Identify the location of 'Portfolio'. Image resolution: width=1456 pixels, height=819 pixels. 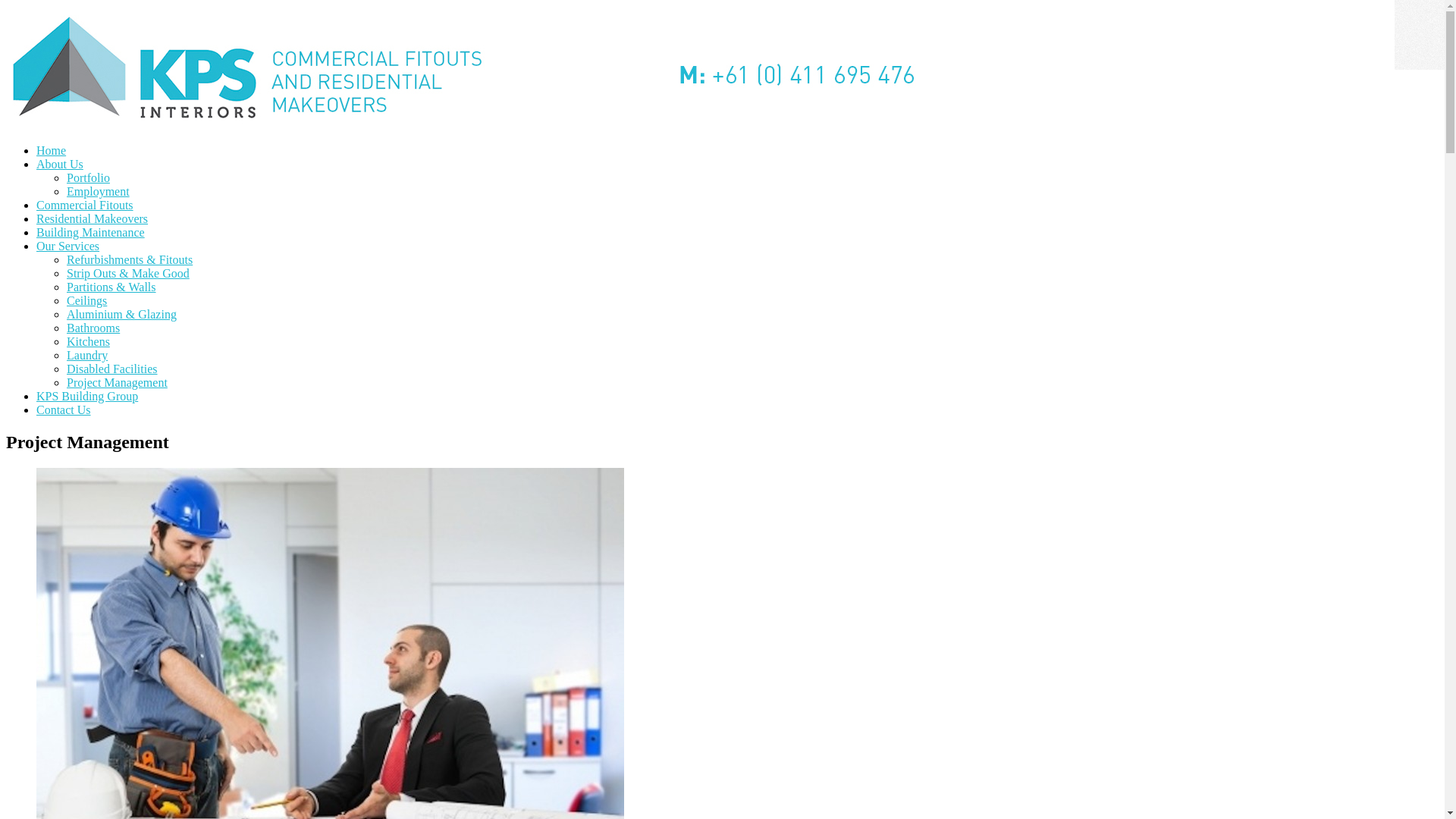
(87, 177).